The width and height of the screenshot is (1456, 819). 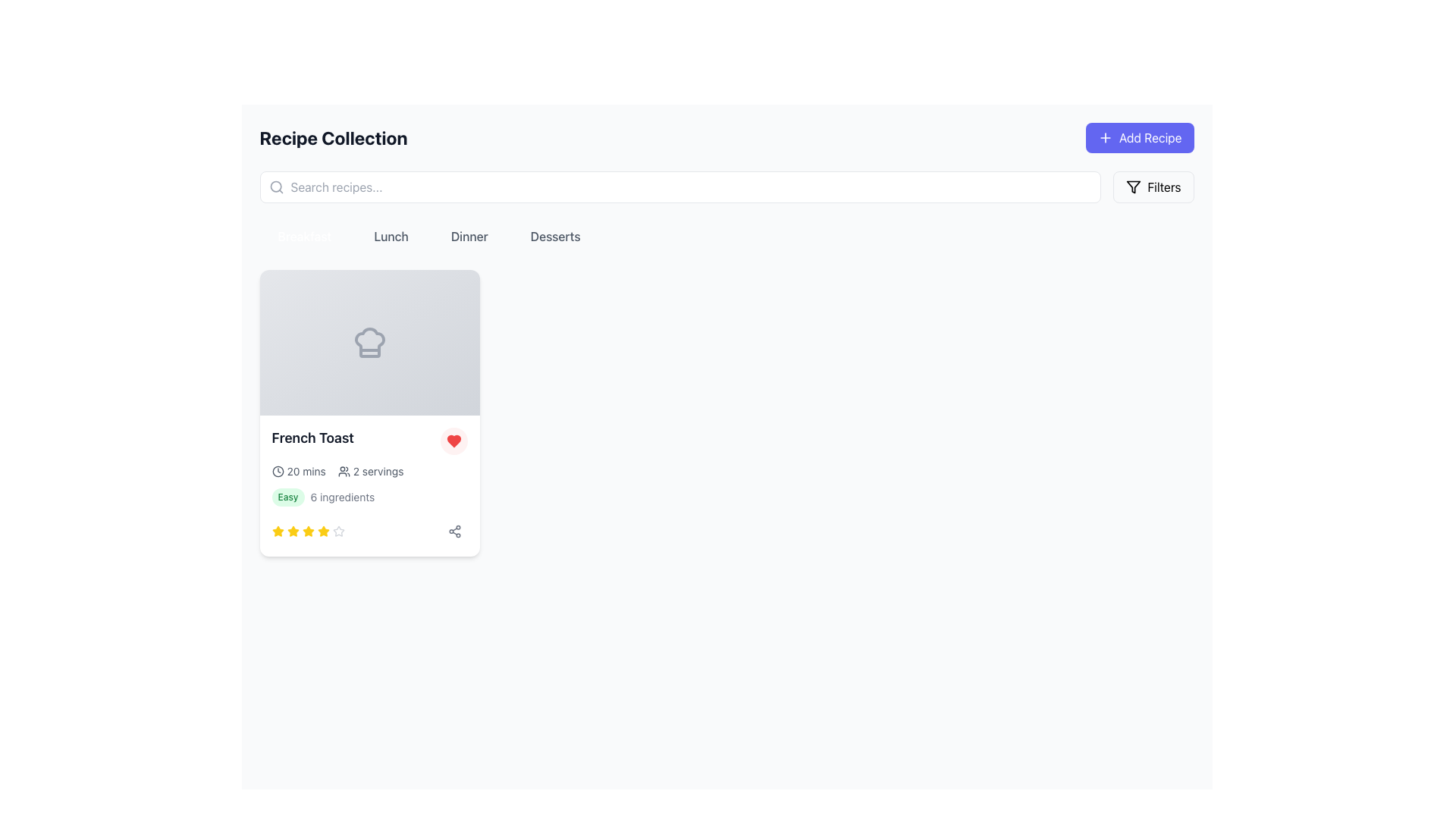 What do you see at coordinates (469, 237) in the screenshot?
I see `the 'Dinner' filter button, which is the third option in a horizontal grouping located beneath the page title, to change its background color to blue` at bounding box center [469, 237].